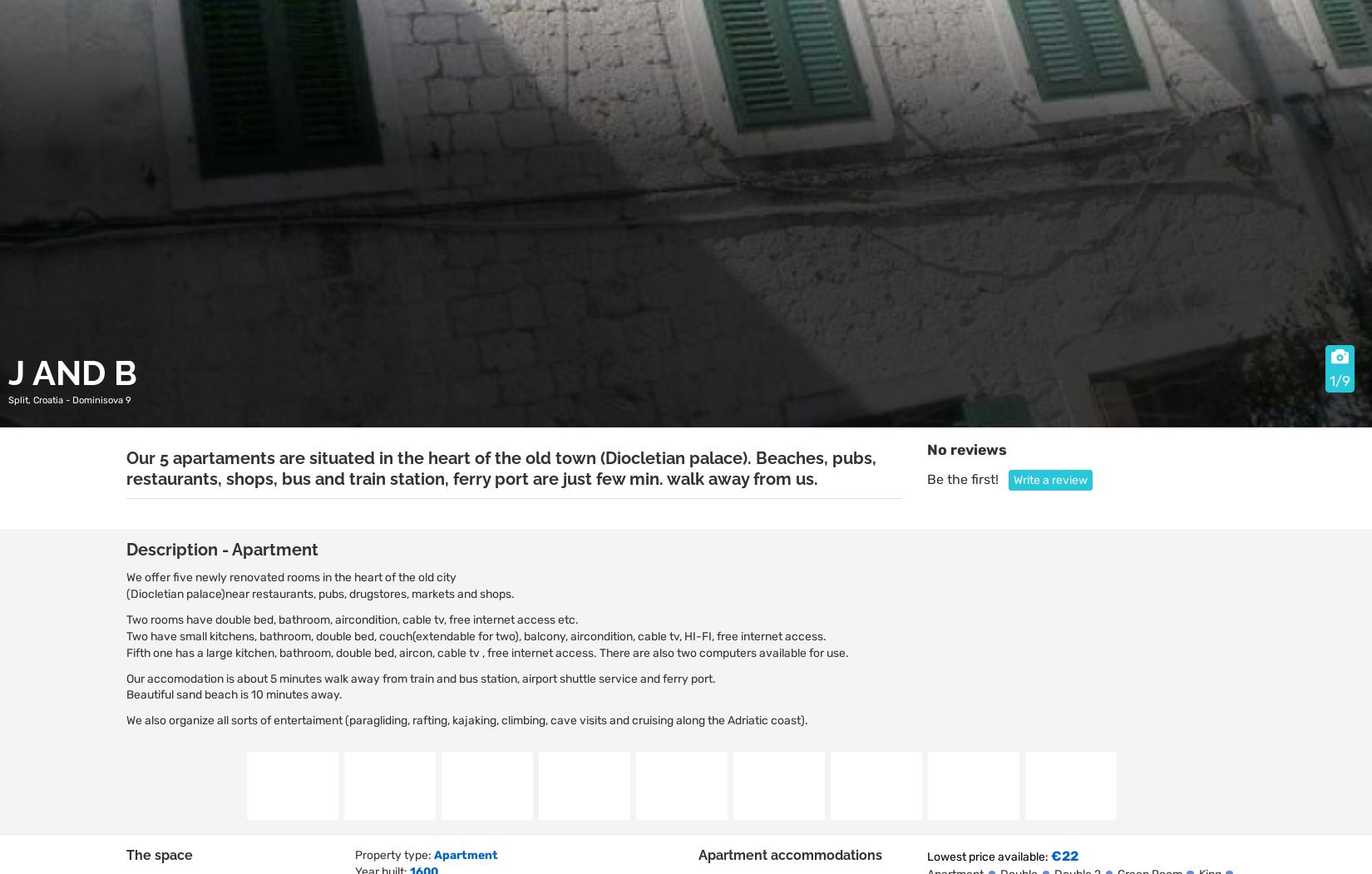 The image size is (1372, 874). What do you see at coordinates (988, 855) in the screenshot?
I see `'Lowest price available:'` at bounding box center [988, 855].